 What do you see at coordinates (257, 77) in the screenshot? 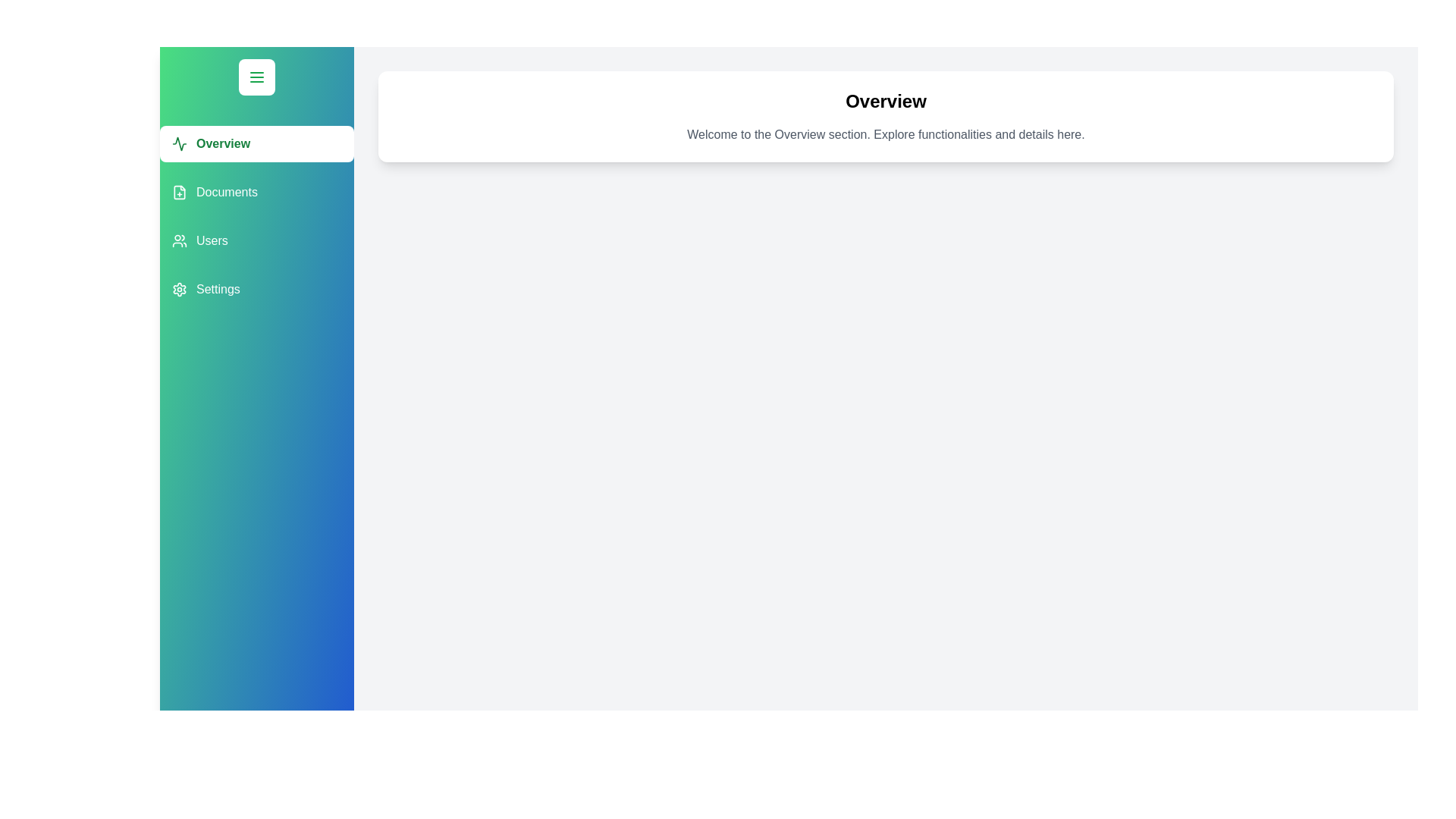
I see `the menu button to toggle the drawer` at bounding box center [257, 77].